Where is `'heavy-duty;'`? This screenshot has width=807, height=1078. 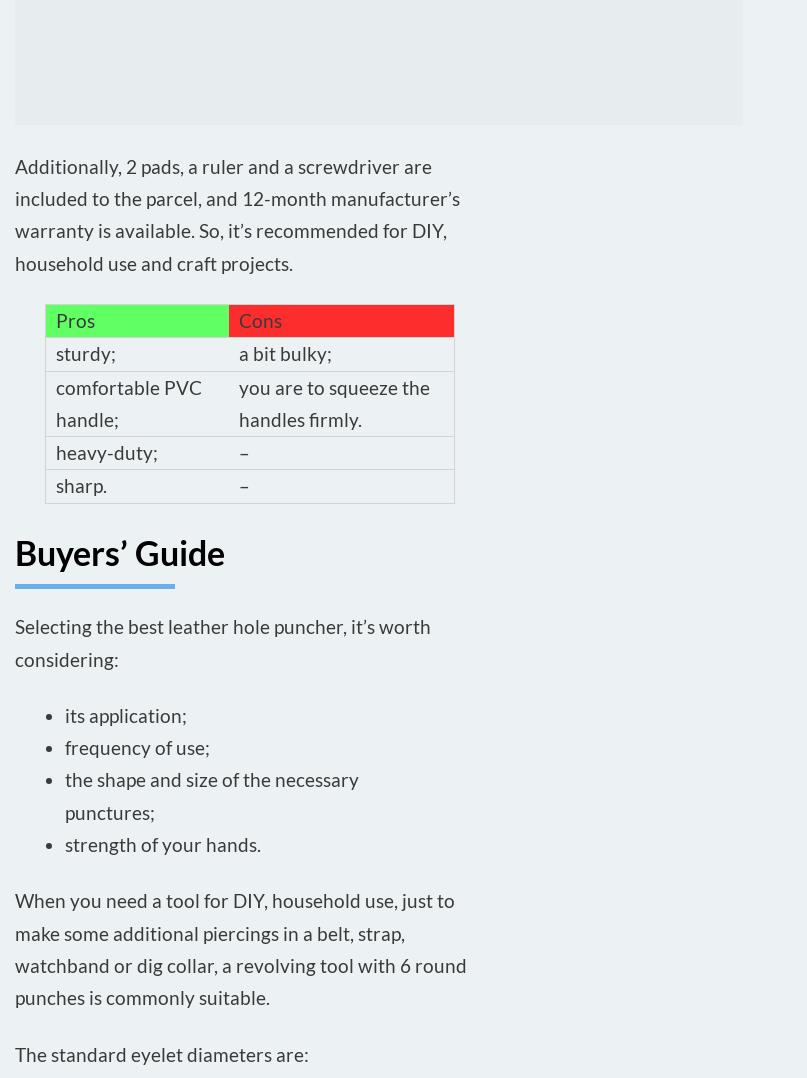
'heavy-duty;' is located at coordinates (106, 452).